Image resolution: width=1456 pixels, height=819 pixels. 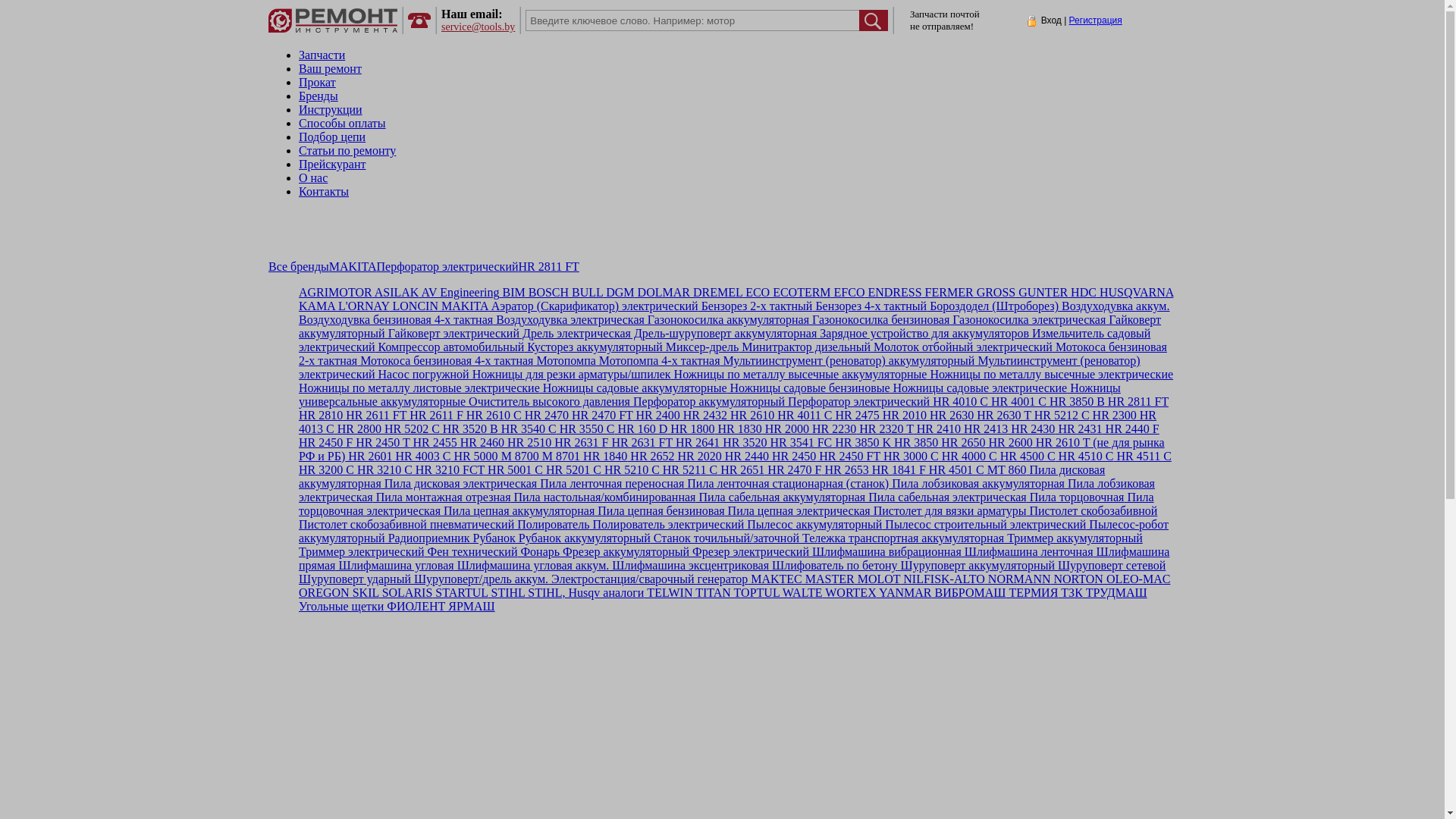 What do you see at coordinates (381, 442) in the screenshot?
I see `'HR 2450 T'` at bounding box center [381, 442].